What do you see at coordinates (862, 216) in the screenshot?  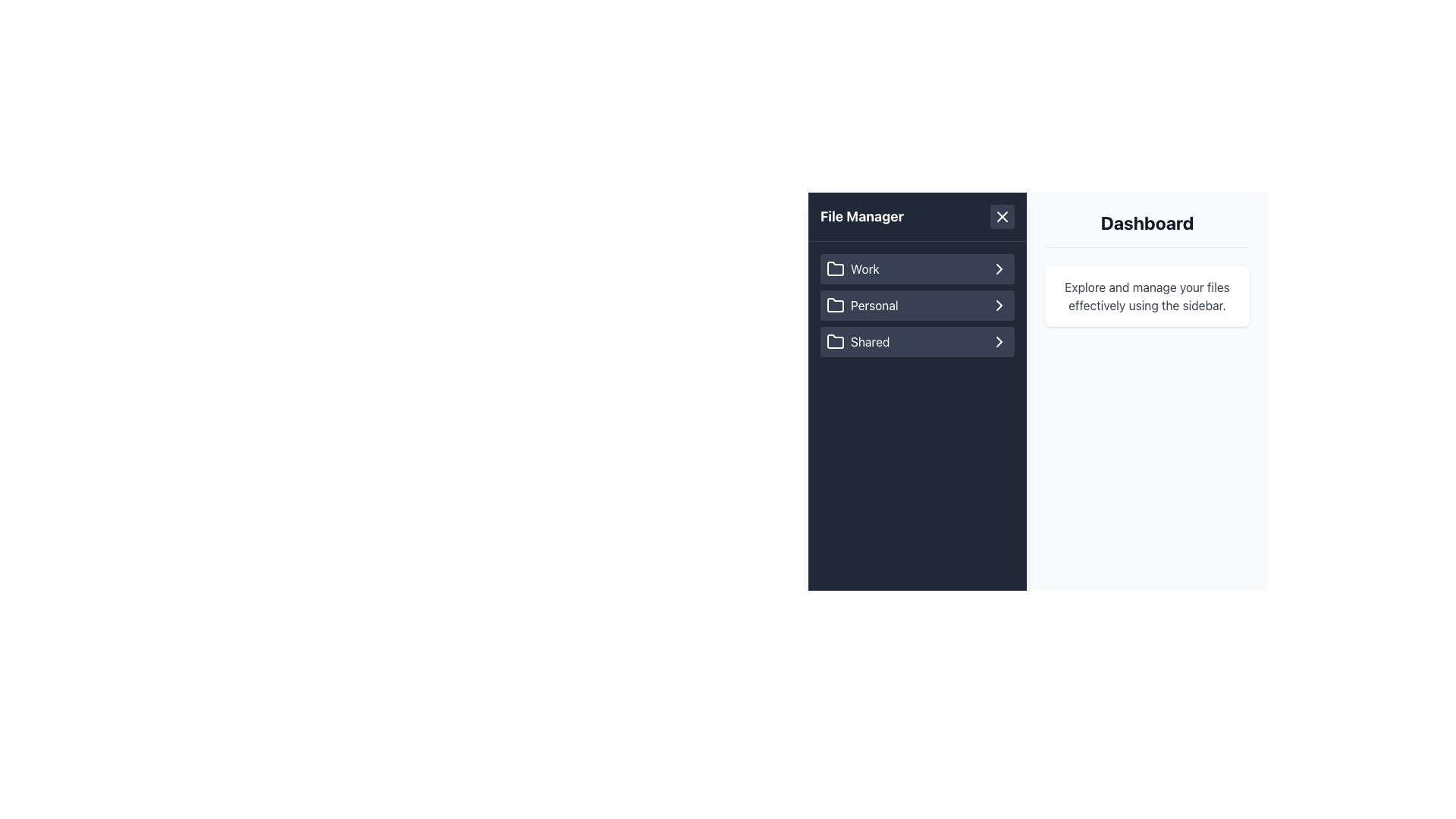 I see `text from the 'File Manager' label, which is a bold, large font text located at the top section of the sidebar with a dark background` at bounding box center [862, 216].